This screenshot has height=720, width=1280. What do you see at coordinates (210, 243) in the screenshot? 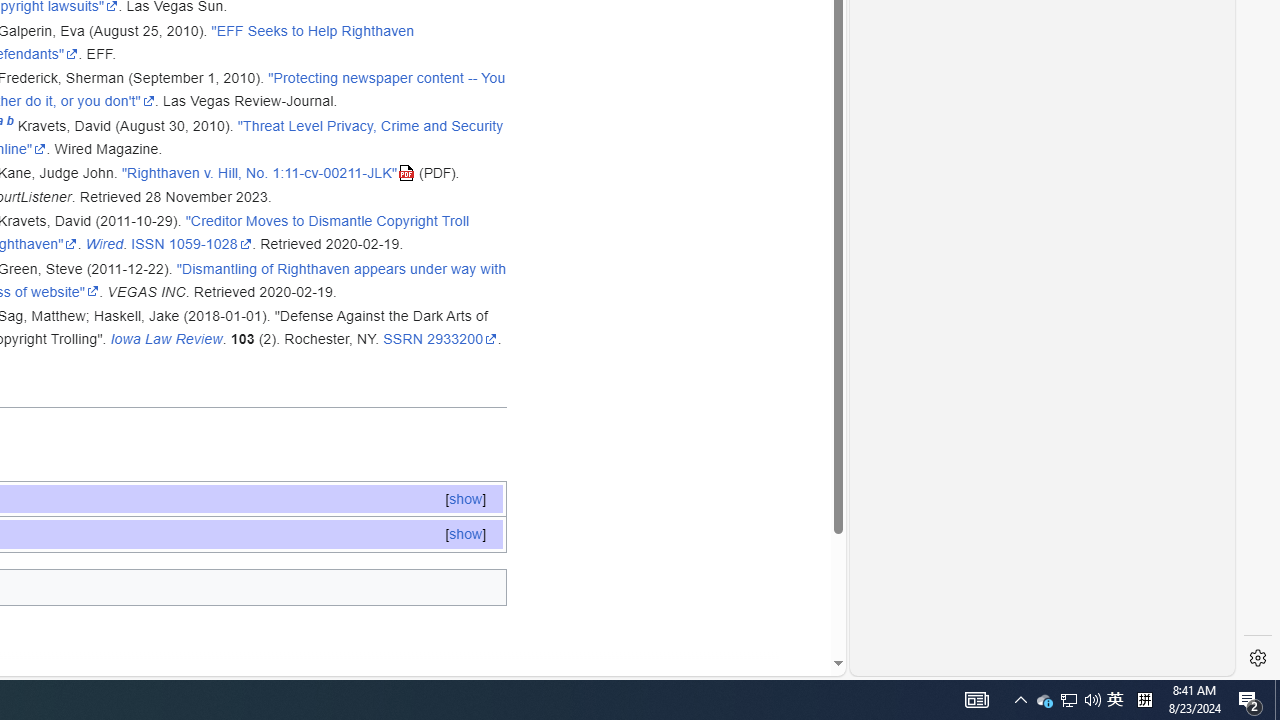
I see `'1059-1028'` at bounding box center [210, 243].